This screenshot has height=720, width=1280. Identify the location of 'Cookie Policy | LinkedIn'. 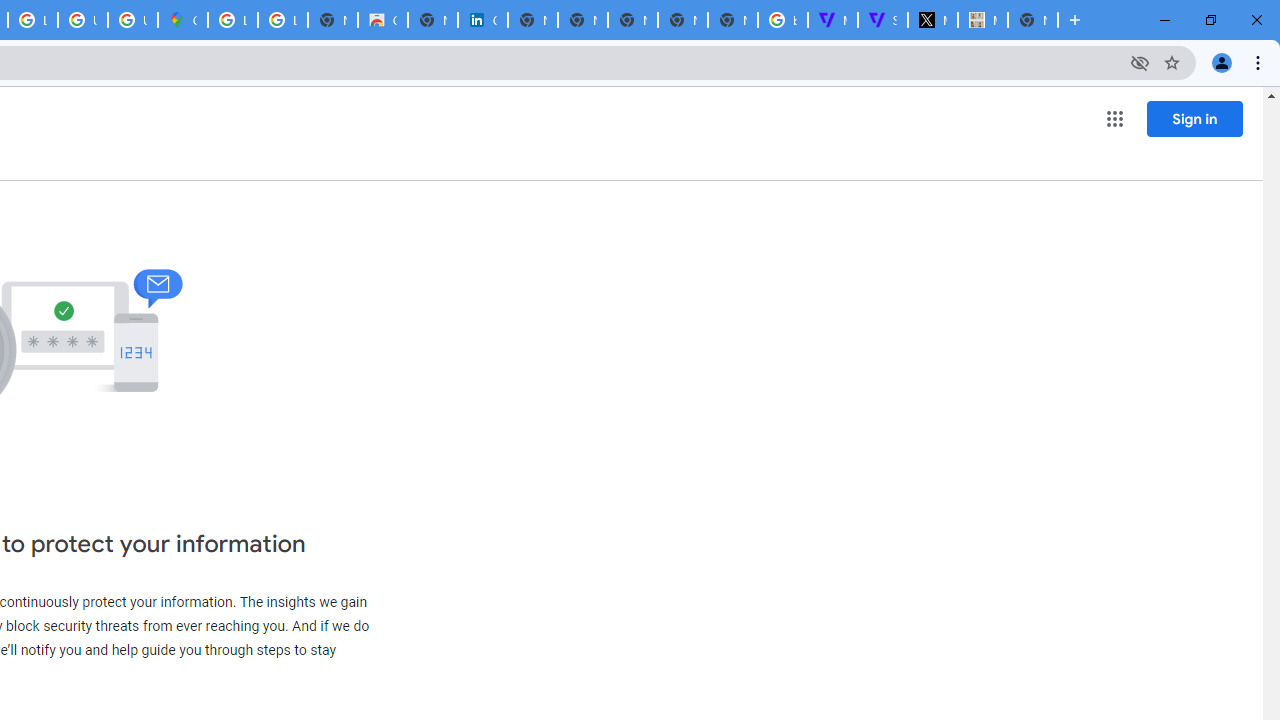
(483, 20).